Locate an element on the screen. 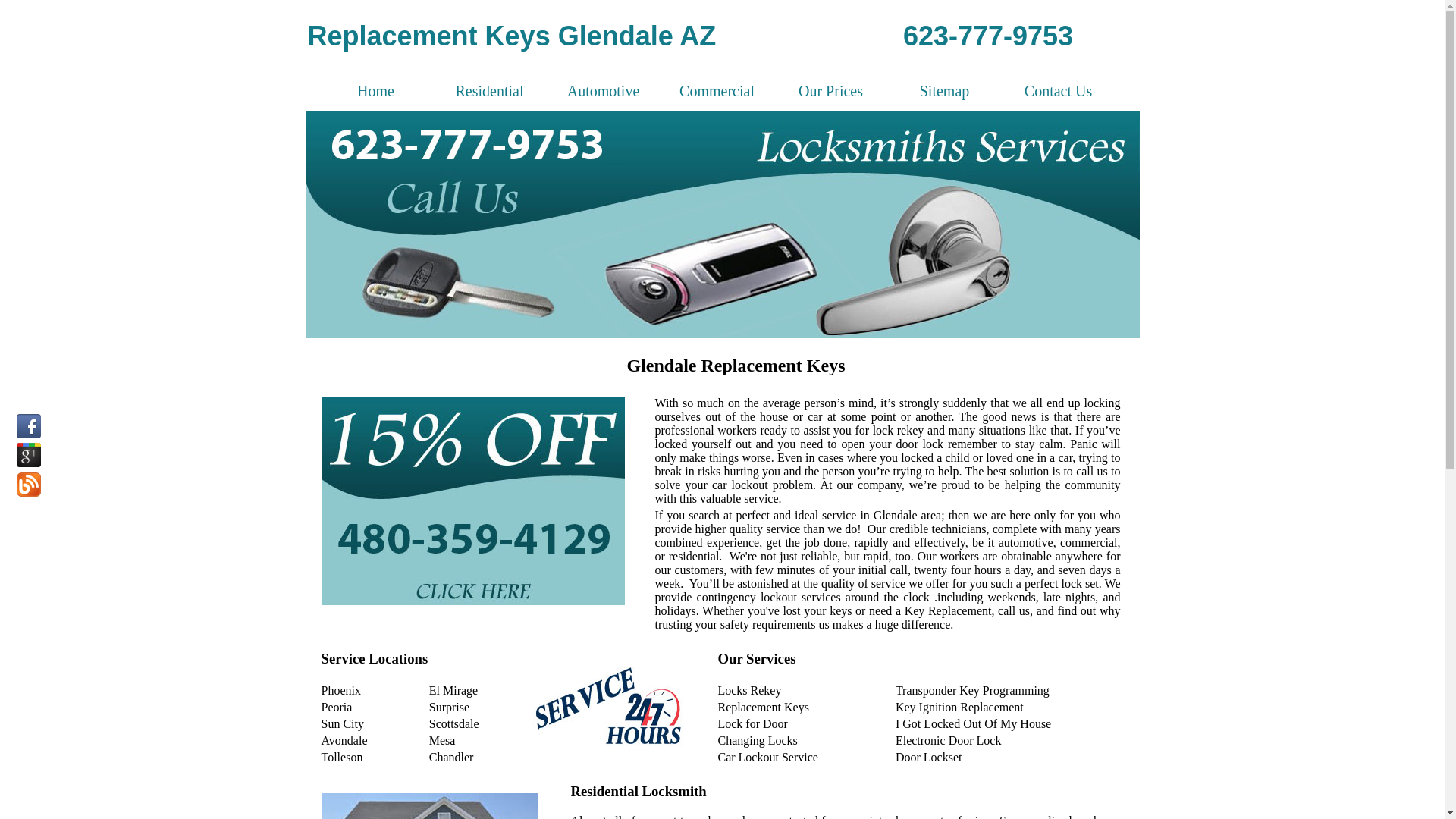 The width and height of the screenshot is (1456, 819). 'Commercial' is located at coordinates (716, 91).